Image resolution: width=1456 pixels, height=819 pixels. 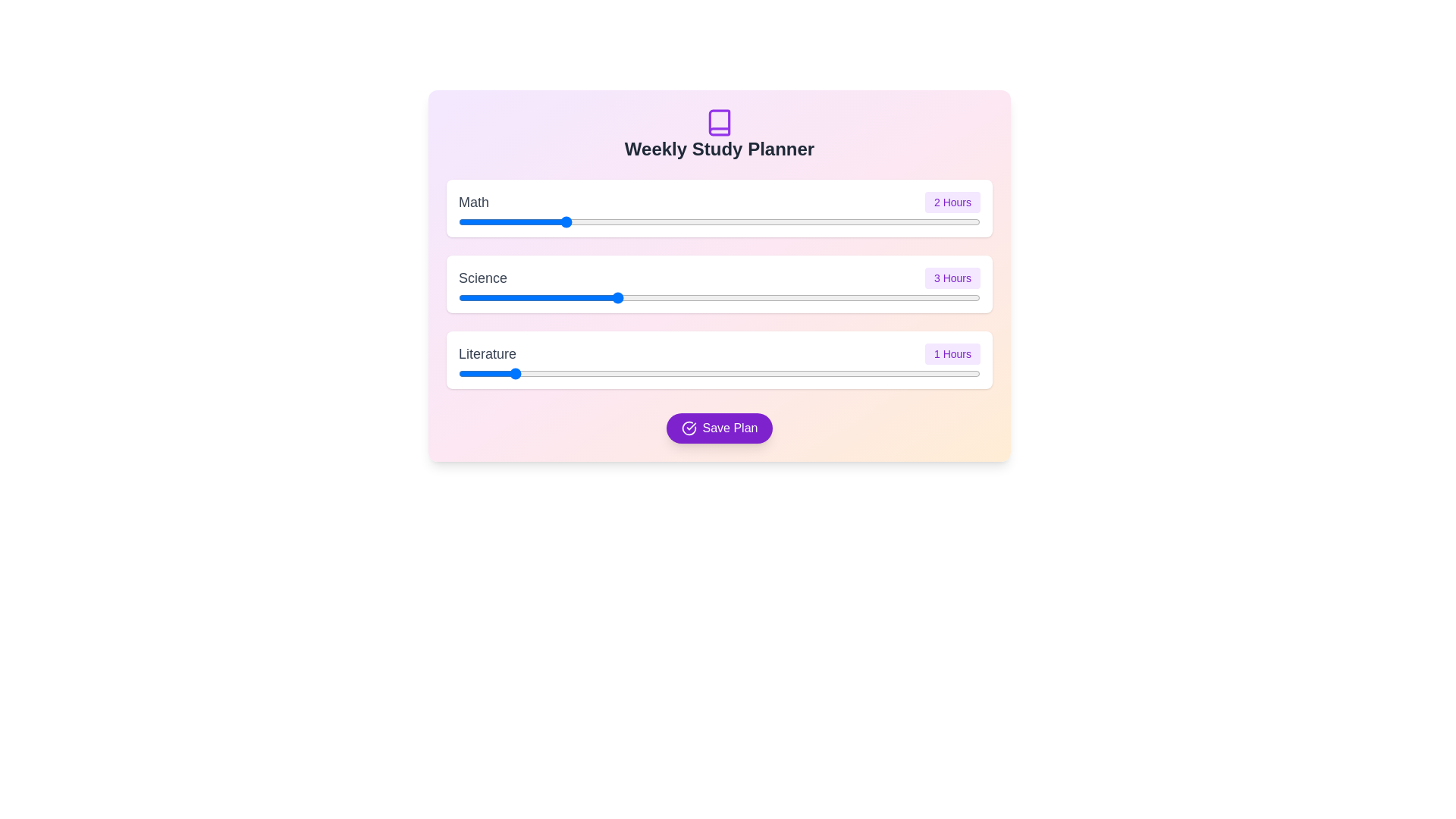 I want to click on the 'Save Plan' button to save the changes, so click(x=719, y=428).